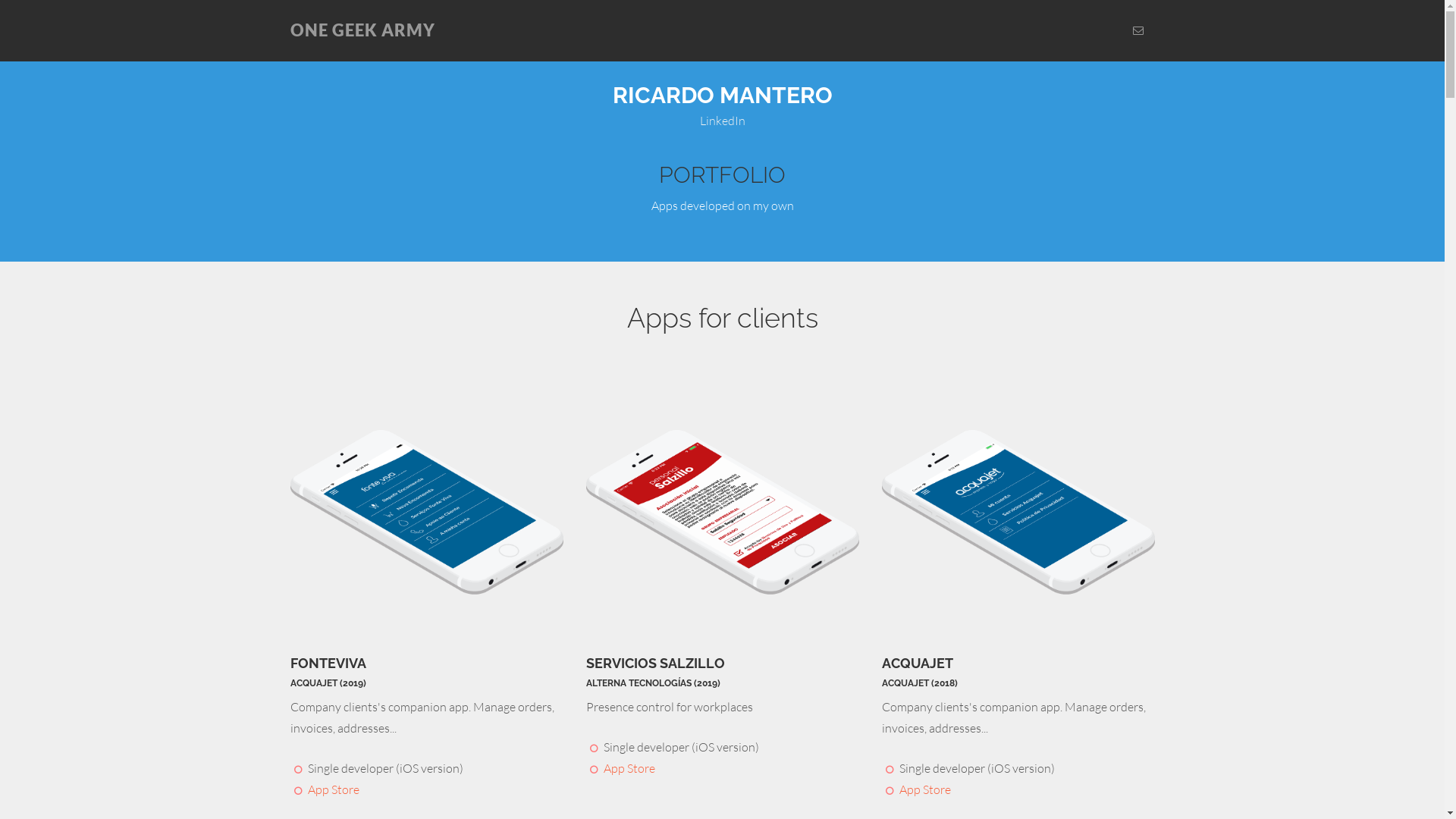 This screenshot has width=1456, height=819. What do you see at coordinates (307, 789) in the screenshot?
I see `'App Store'` at bounding box center [307, 789].